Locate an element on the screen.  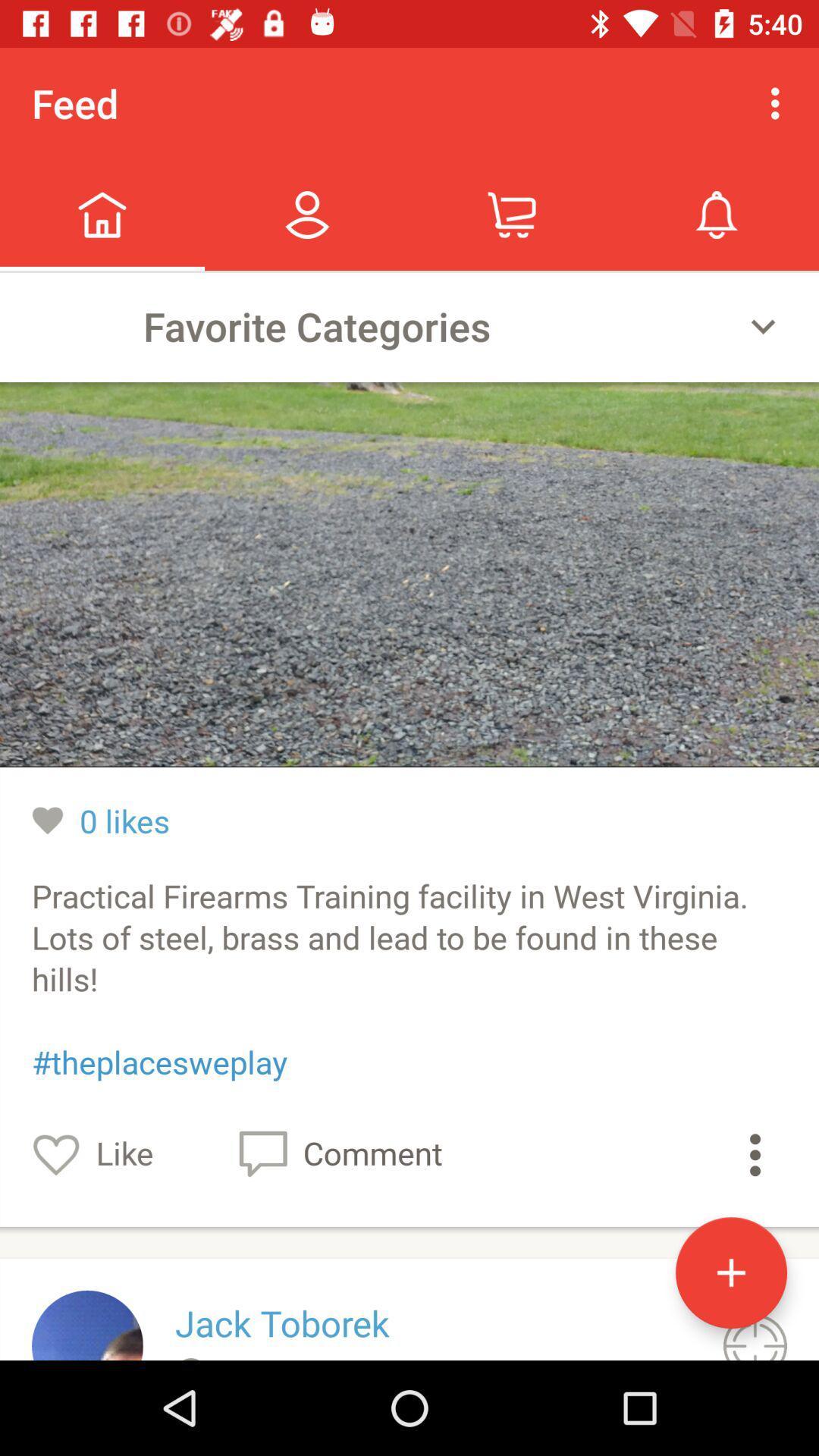
the add icon is located at coordinates (730, 1272).